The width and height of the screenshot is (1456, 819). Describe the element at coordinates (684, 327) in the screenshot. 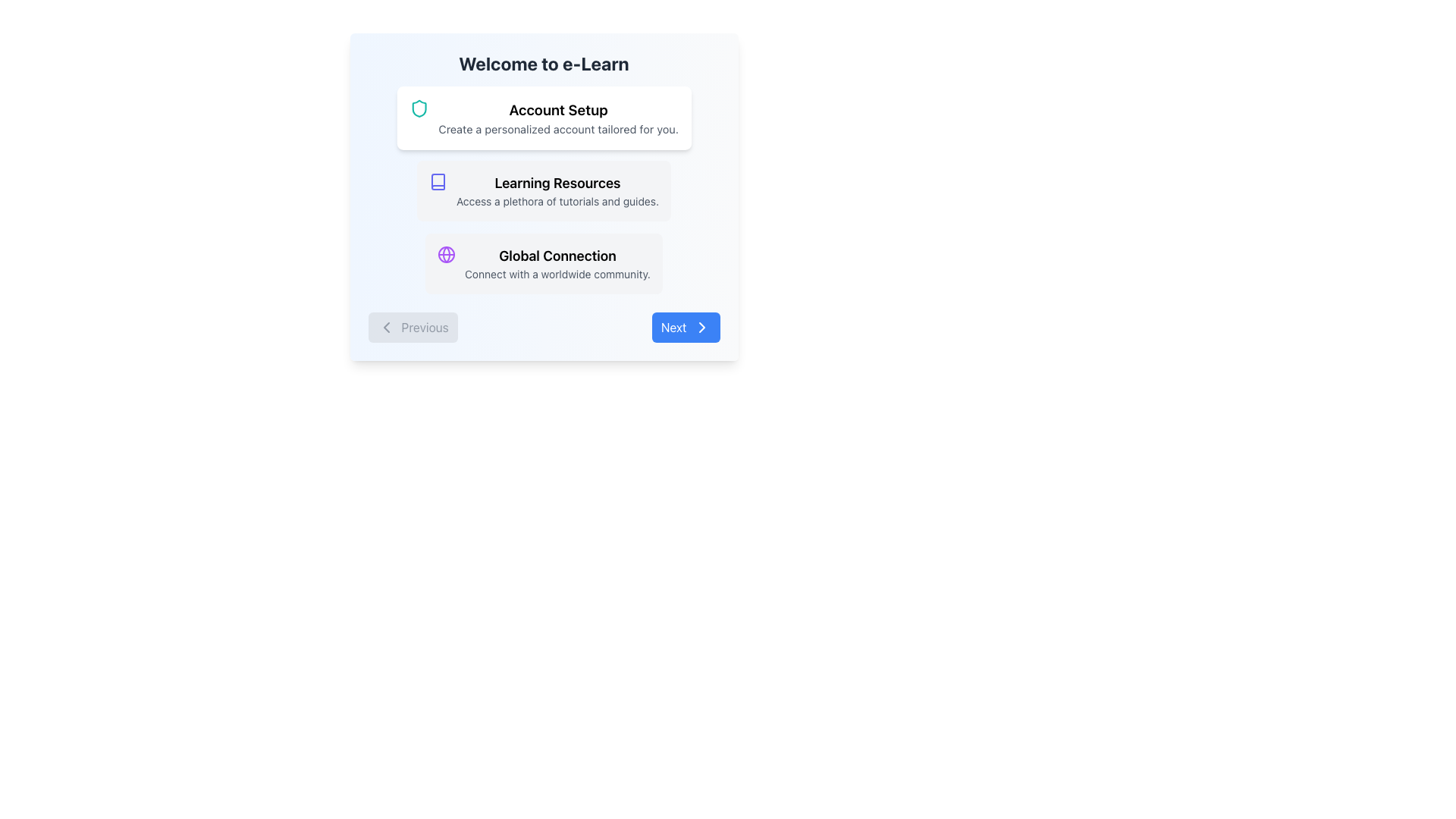

I see `the 'Next' button, which is a rectangular button with white text on a blue background, located at the lower-right corner of the navigation section in a multi-step setup interface` at that location.